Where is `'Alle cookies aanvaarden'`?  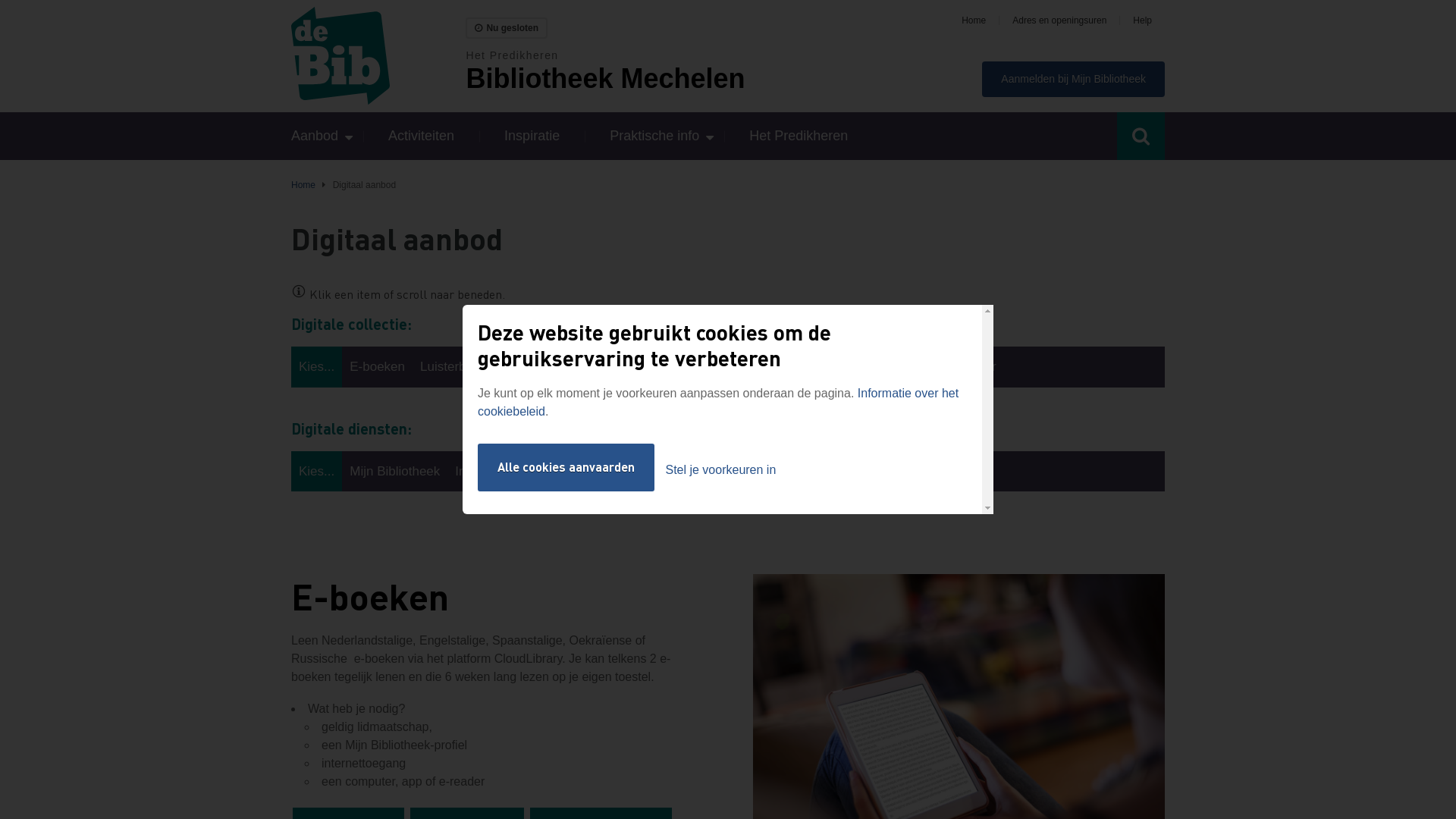 'Alle cookies aanvaarden' is located at coordinates (565, 466).